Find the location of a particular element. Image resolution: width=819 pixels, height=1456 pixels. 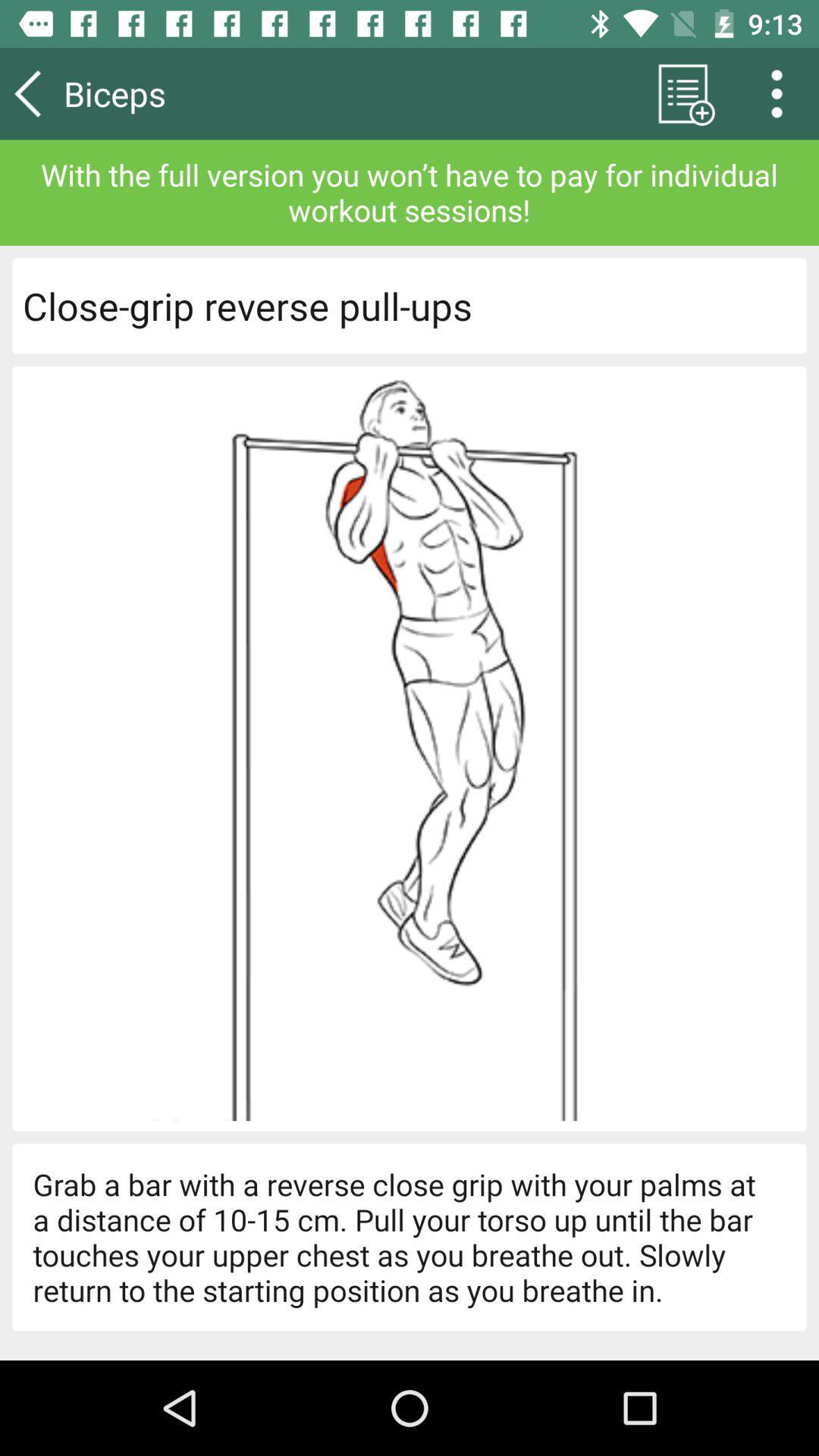

item to the right of biceps app is located at coordinates (682, 93).